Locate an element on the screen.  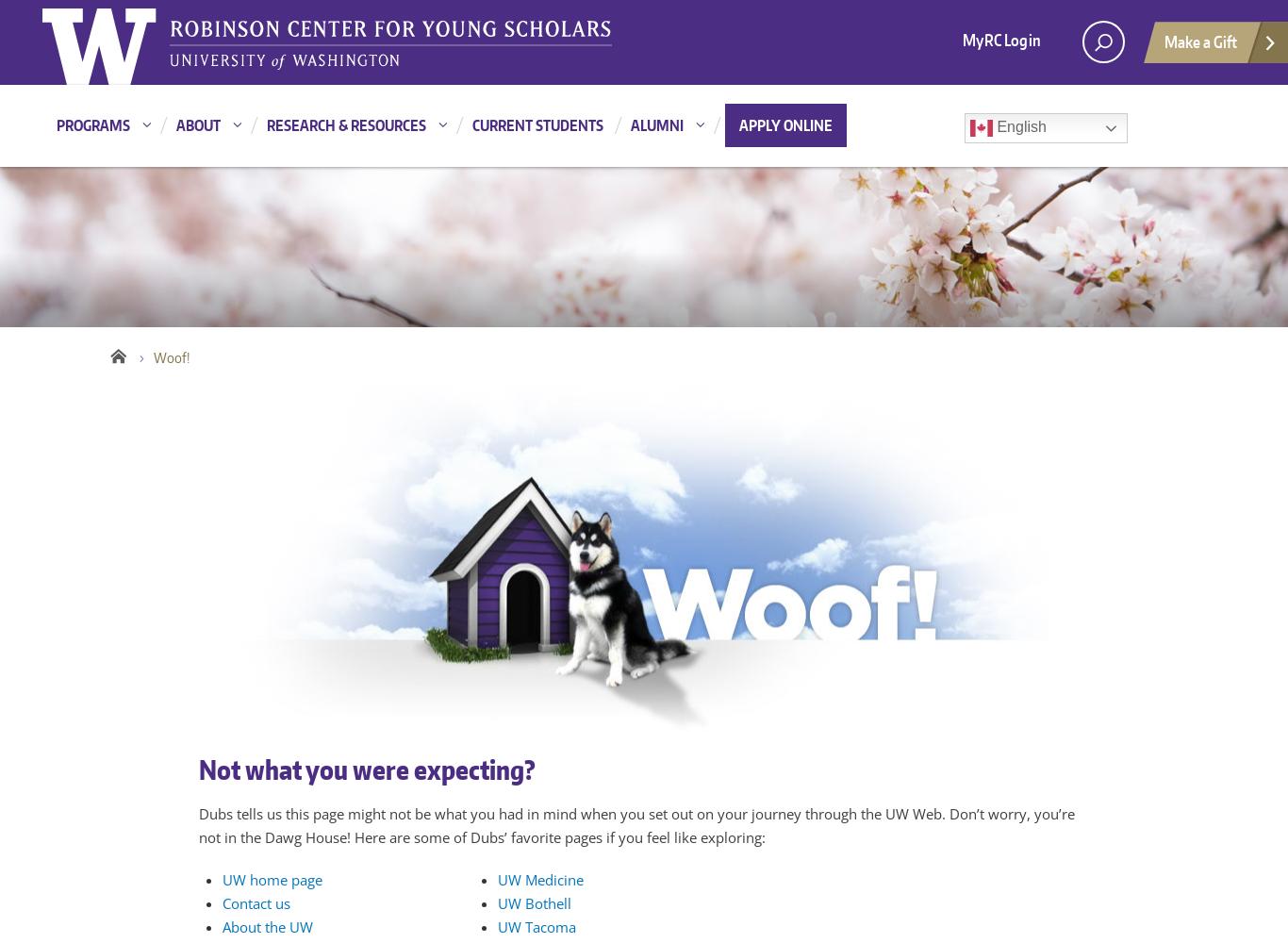
'UW home page' is located at coordinates (271, 880).